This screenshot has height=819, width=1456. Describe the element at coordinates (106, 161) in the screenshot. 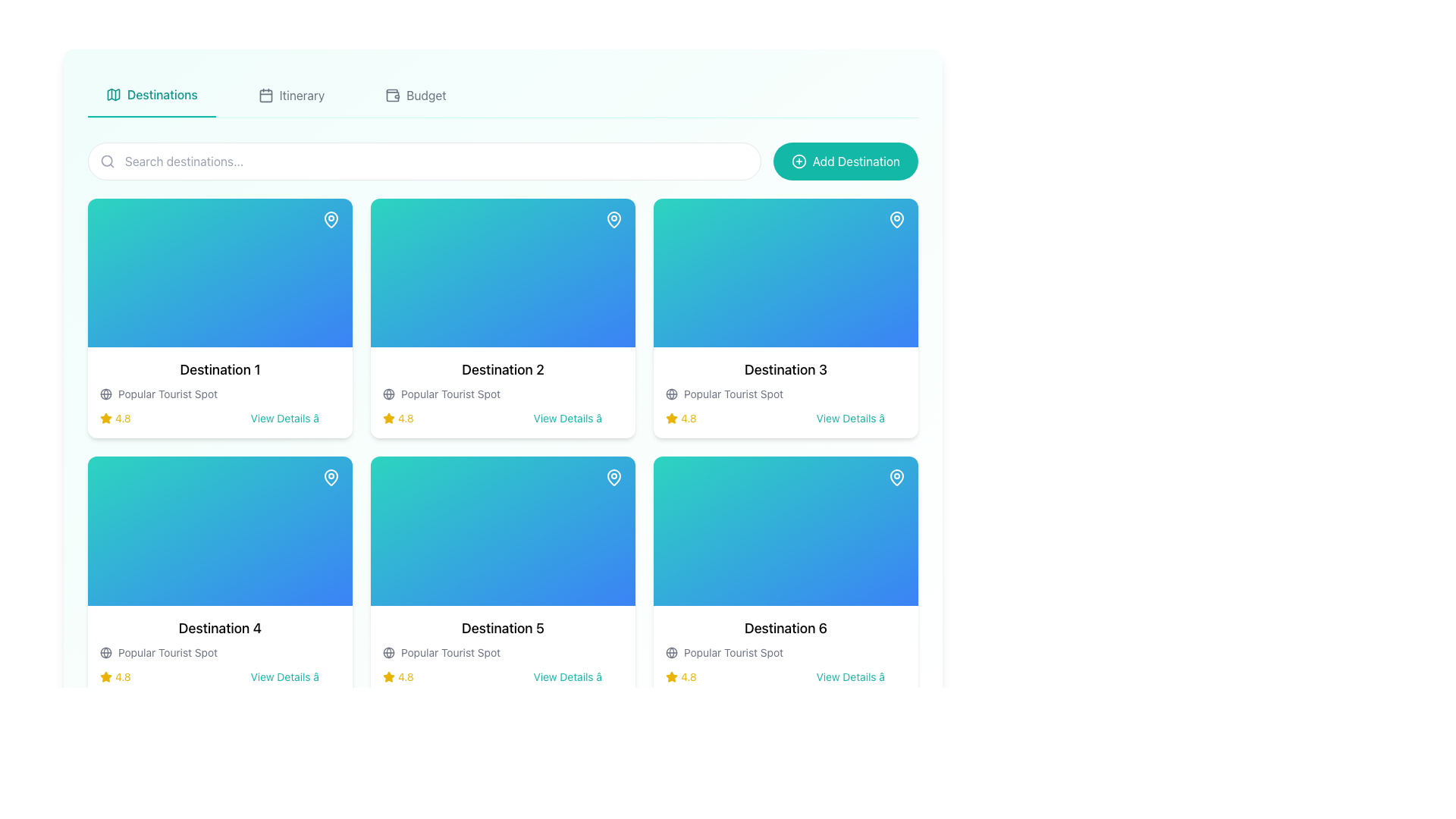

I see `the circular vector graphic element within the search icon located near the top-center of the interface, left of the search bar` at that location.